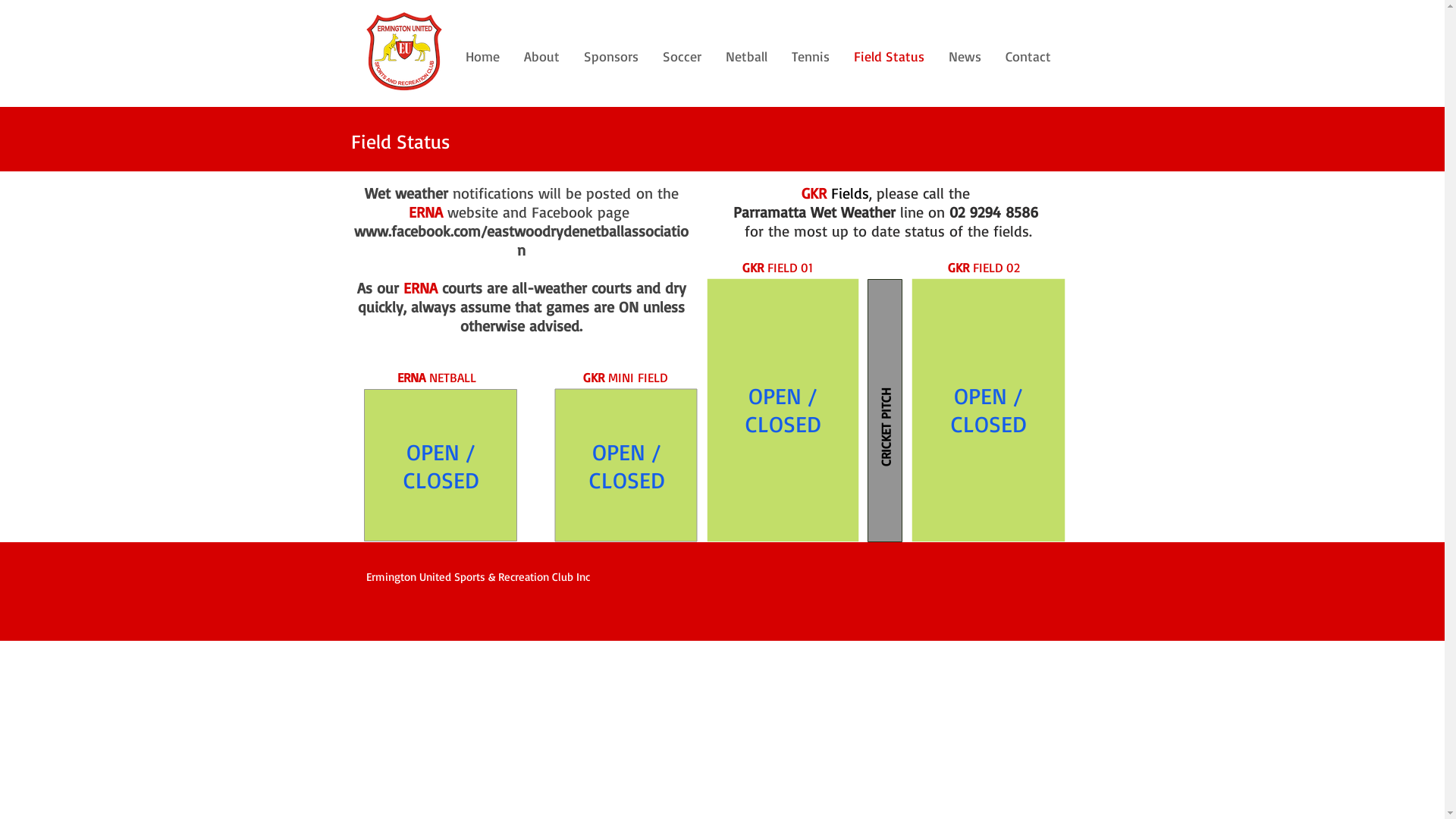  I want to click on 'Netball', so click(747, 55).